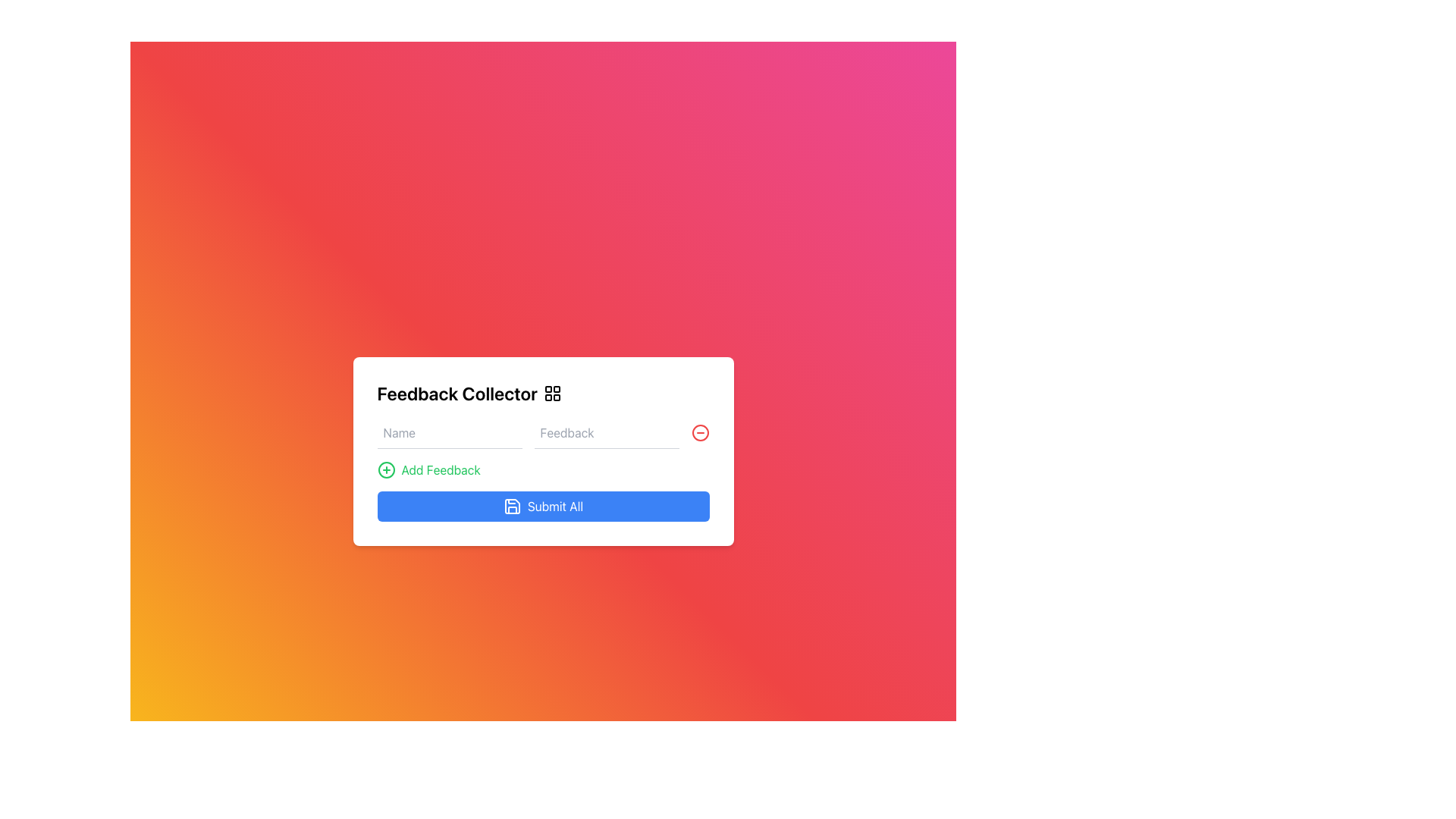 The image size is (1456, 819). I want to click on the decorative graphical element that is part of the 'circle-minus' icon, located at the center of the circular shape, adjacent to the feedback input field, so click(699, 432).